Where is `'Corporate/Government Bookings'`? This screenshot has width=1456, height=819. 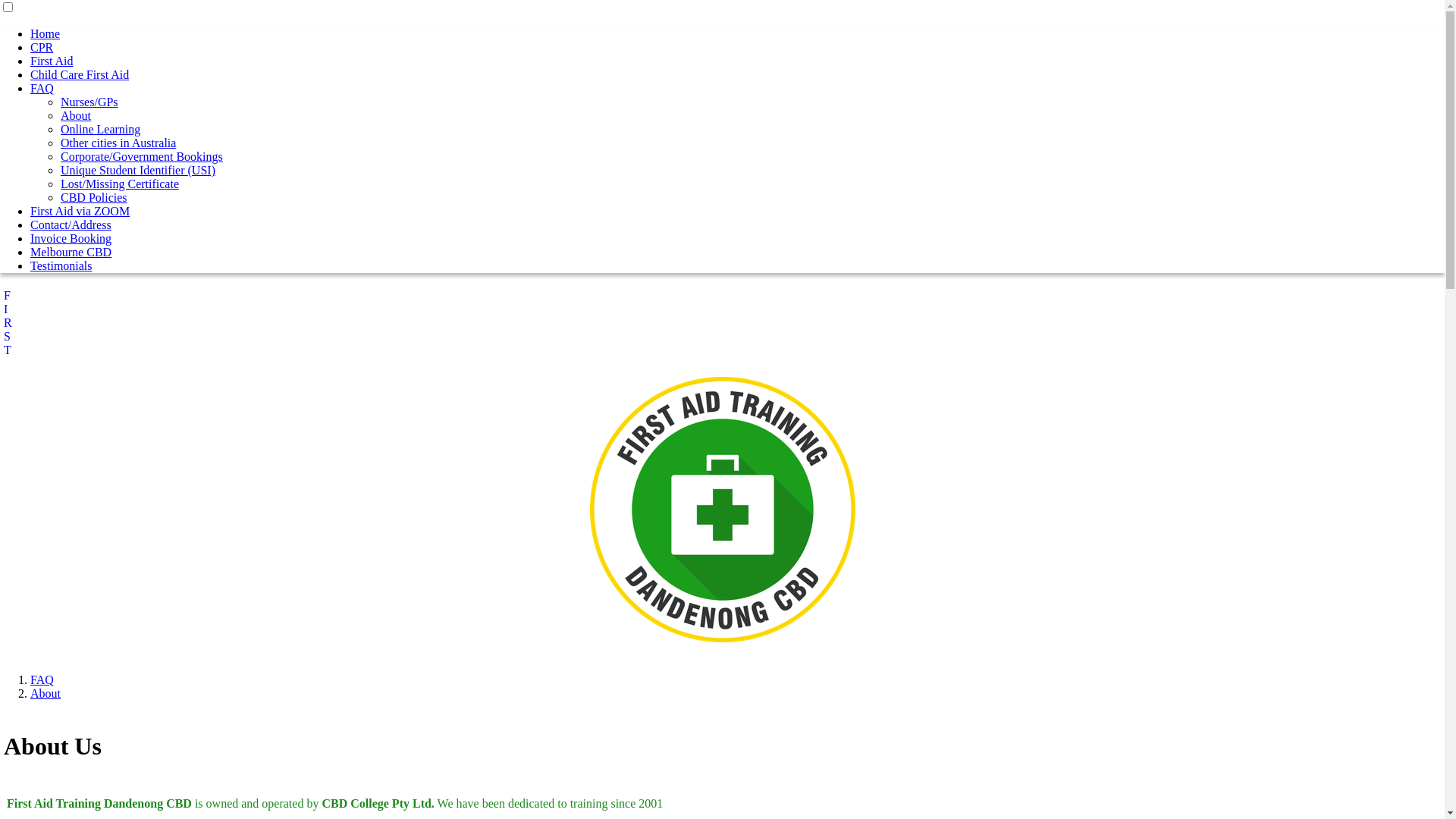 'Corporate/Government Bookings' is located at coordinates (142, 156).